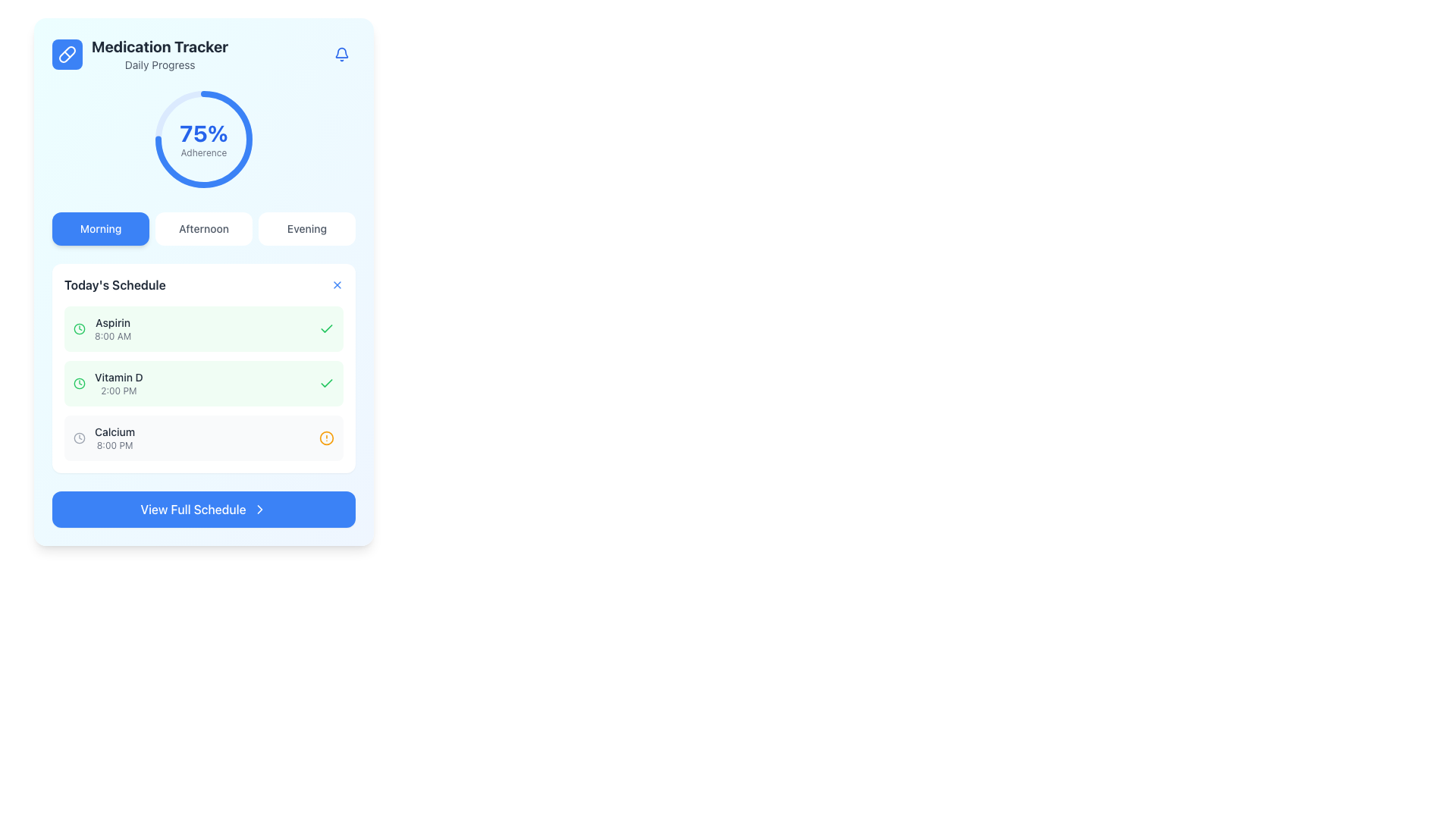 The image size is (1456, 819). Describe the element at coordinates (79, 328) in the screenshot. I see `the circular SVG element forming part of the clock icon, which is surrounded by a green stroke and located to the left of the 'Vitamin D' schedule entry in the 'Today's Schedule' panel` at that location.